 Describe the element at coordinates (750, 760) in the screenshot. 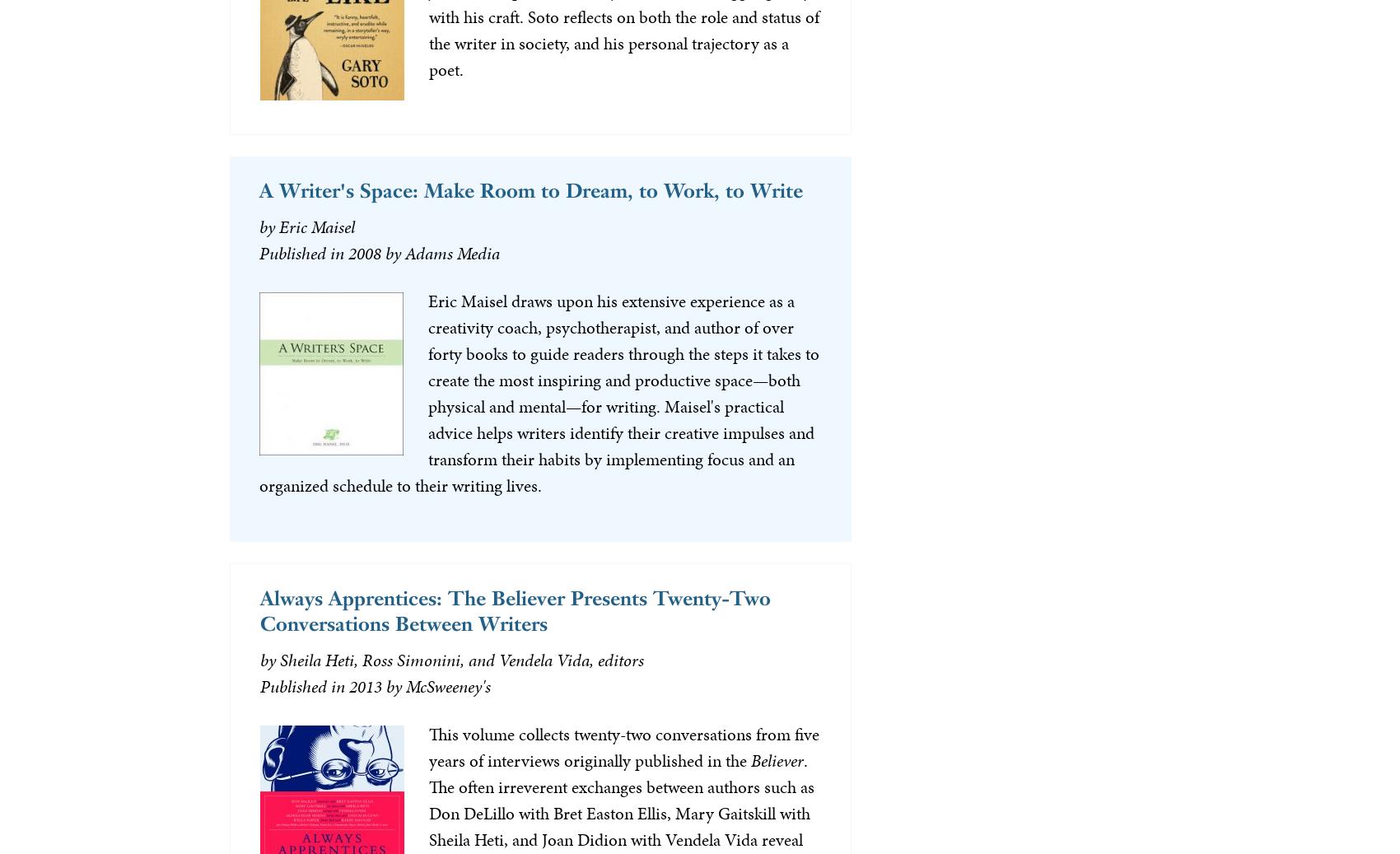

I see `'Believer'` at that location.